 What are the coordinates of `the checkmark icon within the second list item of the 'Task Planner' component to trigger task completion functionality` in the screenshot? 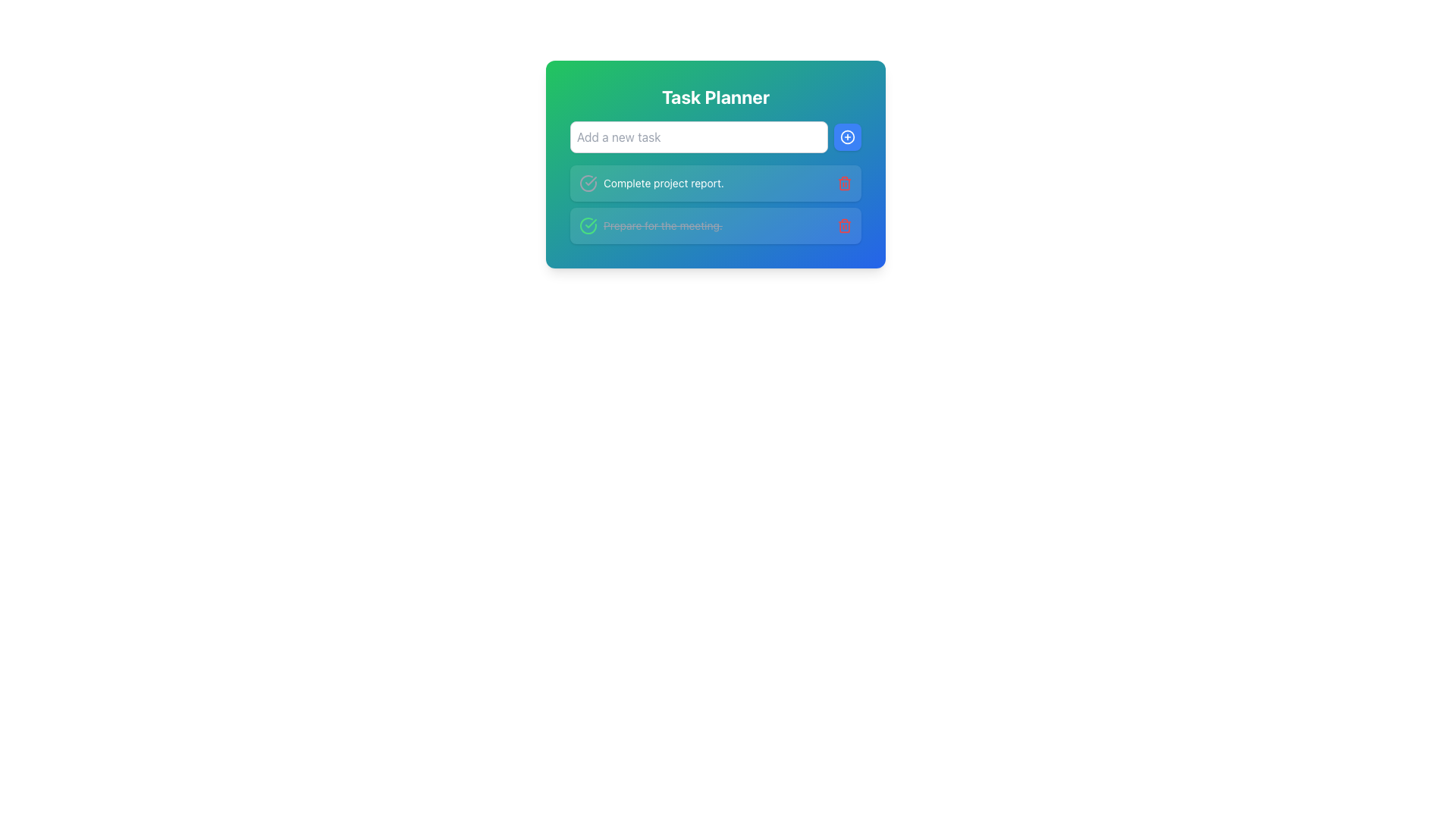 It's located at (590, 180).